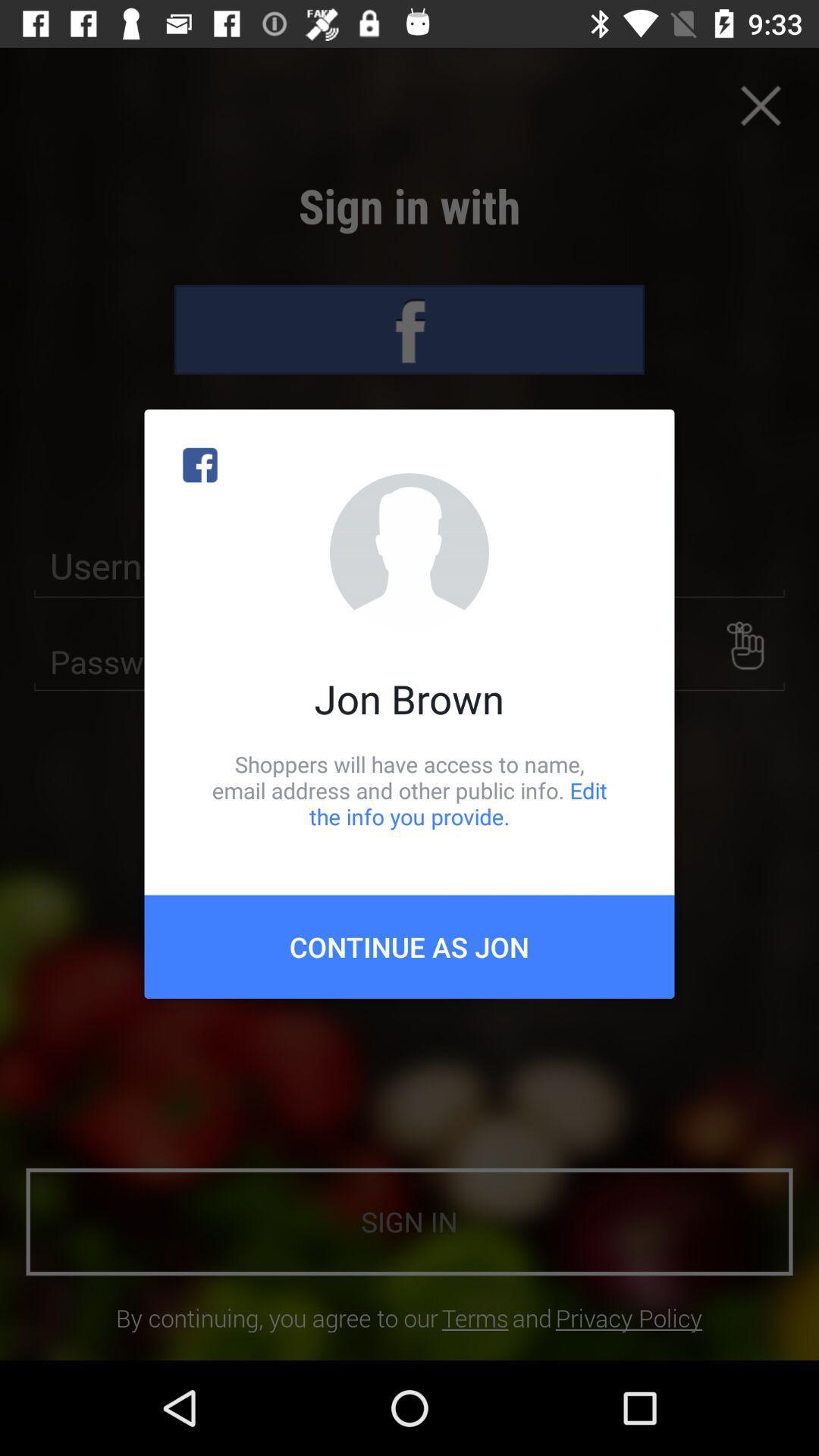 This screenshot has height=1456, width=819. Describe the element at coordinates (409, 946) in the screenshot. I see `the continue as jon` at that location.